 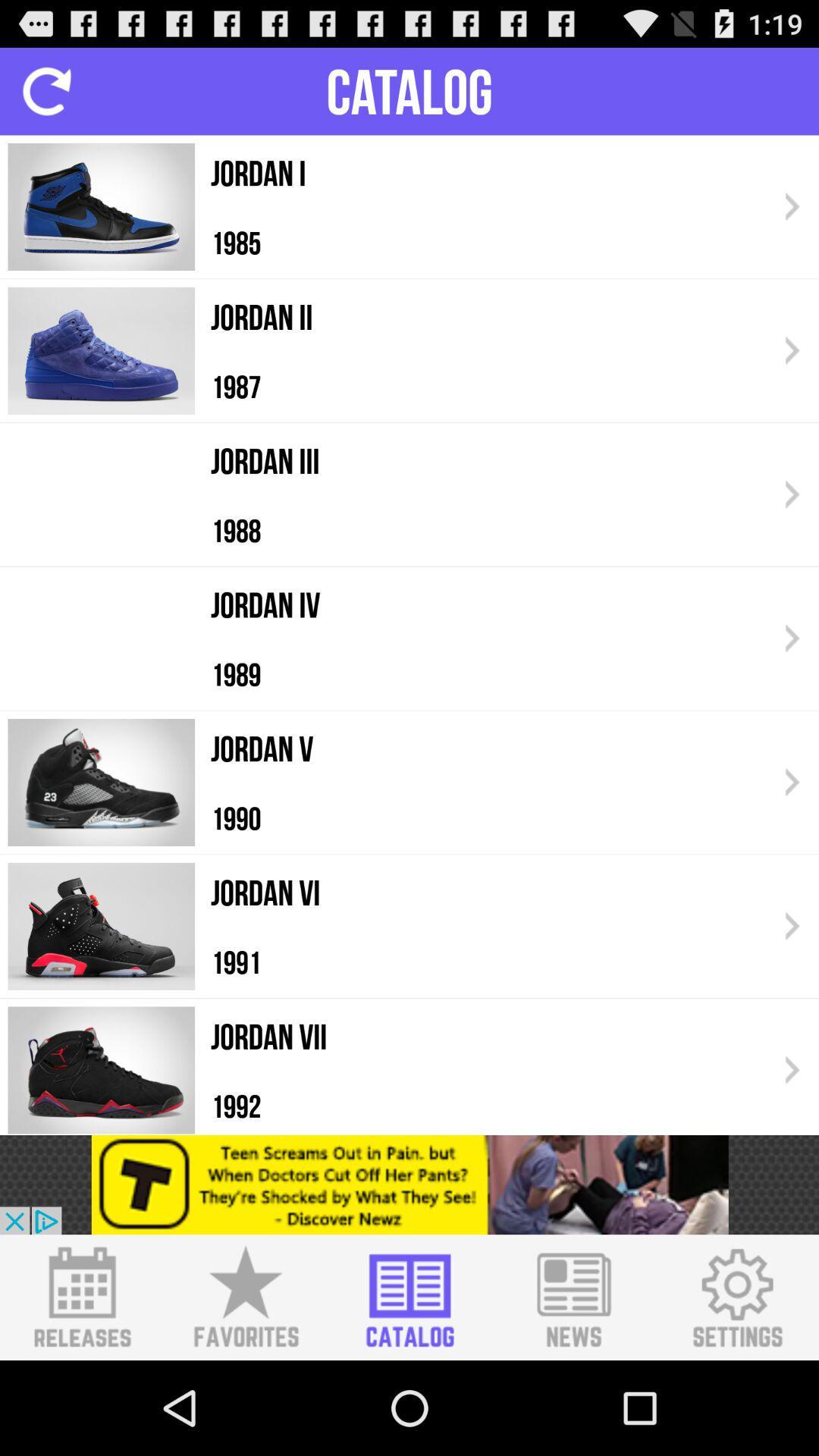 What do you see at coordinates (409, 1184) in the screenshot?
I see `advertisement` at bounding box center [409, 1184].